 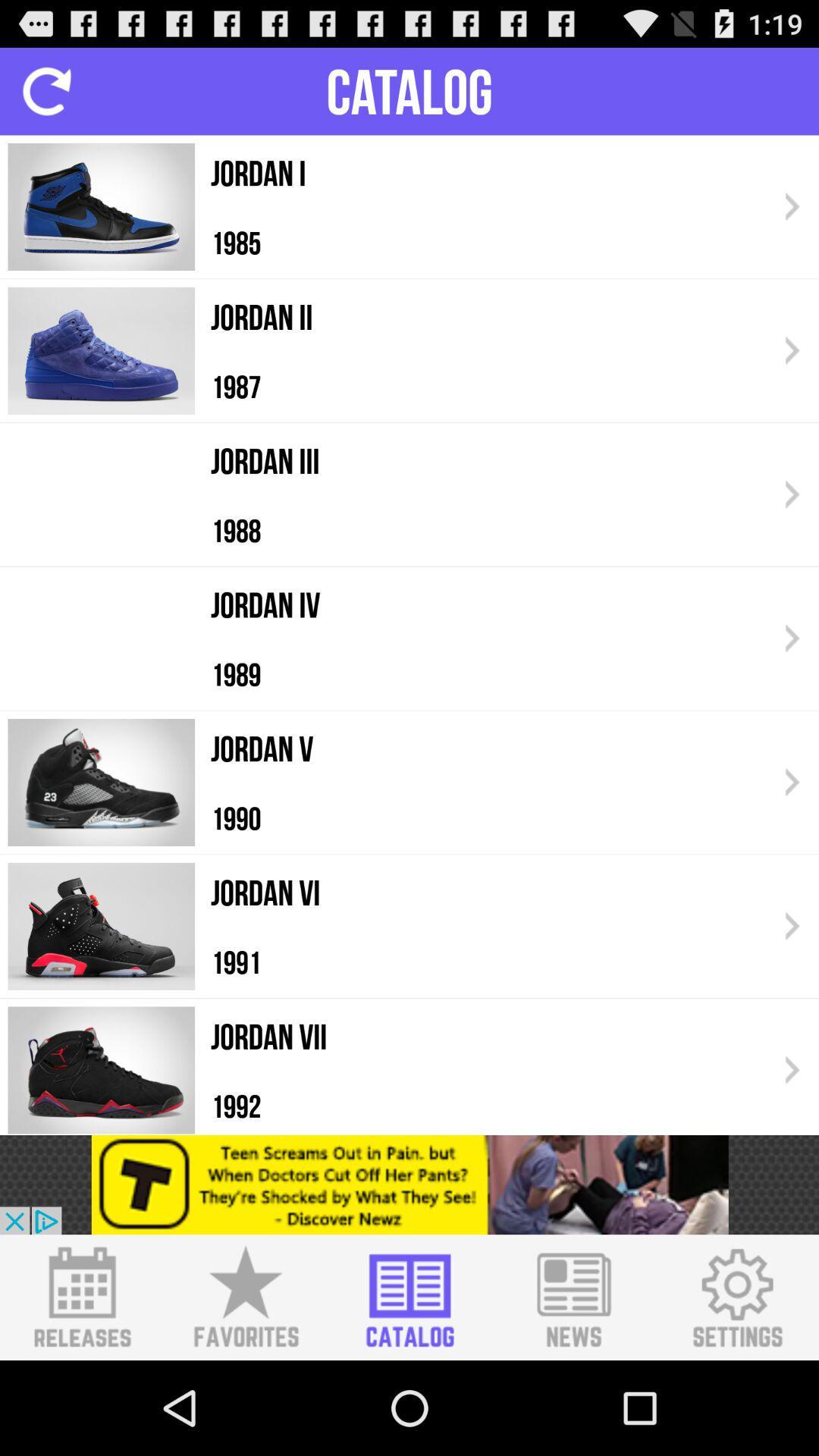 What do you see at coordinates (409, 1184) in the screenshot?
I see `advertisement` at bounding box center [409, 1184].